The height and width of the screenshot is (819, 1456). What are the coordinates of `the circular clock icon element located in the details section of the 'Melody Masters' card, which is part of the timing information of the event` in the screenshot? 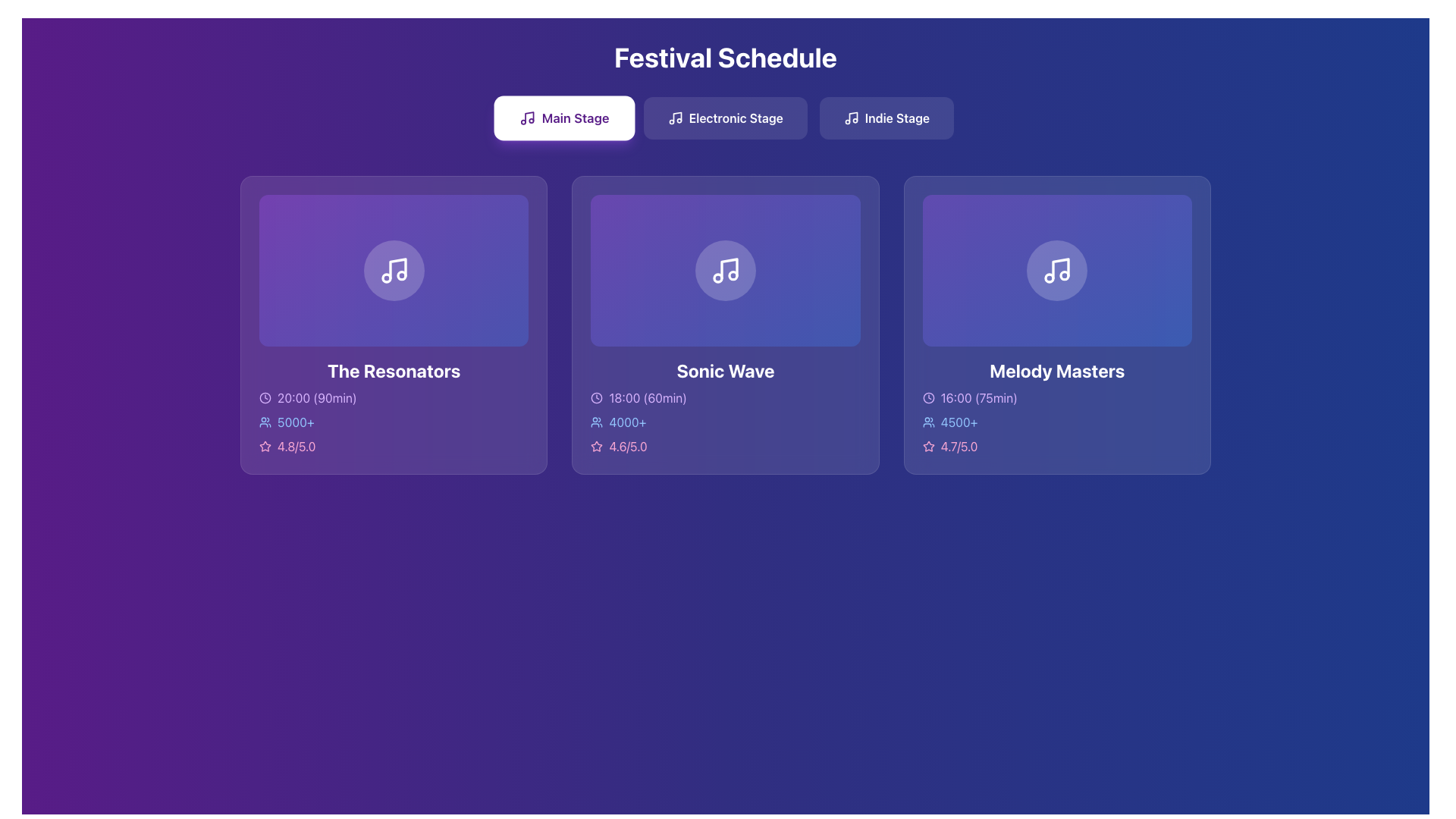 It's located at (927, 397).